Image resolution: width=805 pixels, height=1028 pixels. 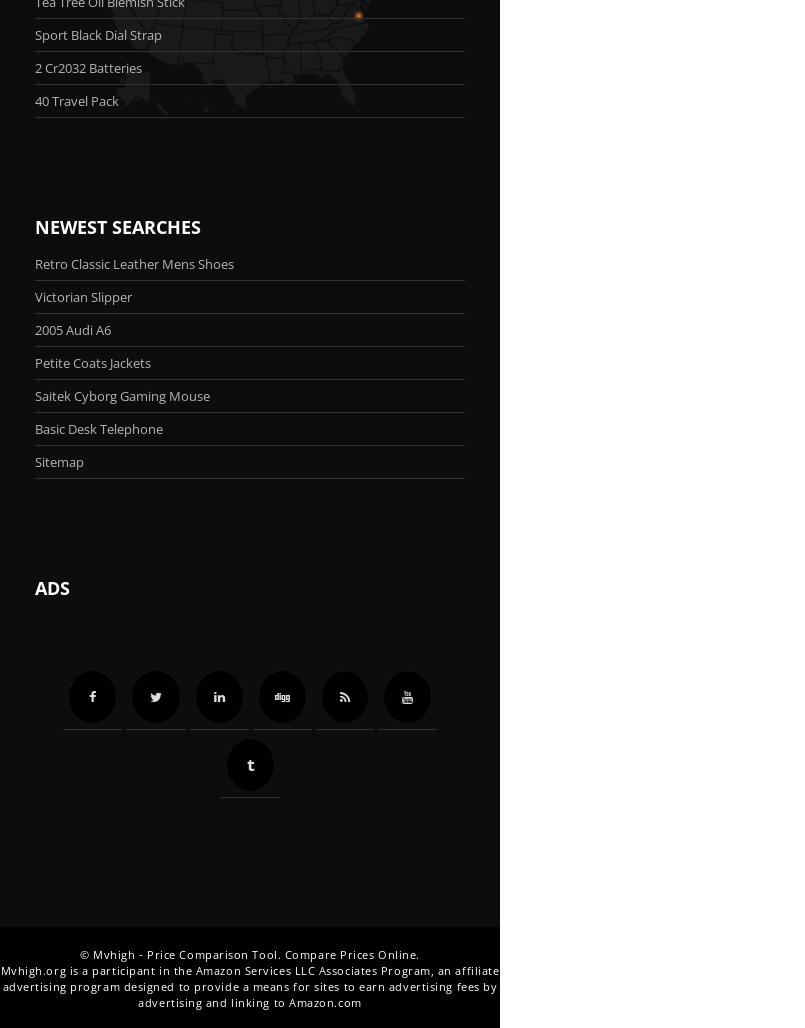 What do you see at coordinates (76, 99) in the screenshot?
I see `'40 Travel Pack'` at bounding box center [76, 99].